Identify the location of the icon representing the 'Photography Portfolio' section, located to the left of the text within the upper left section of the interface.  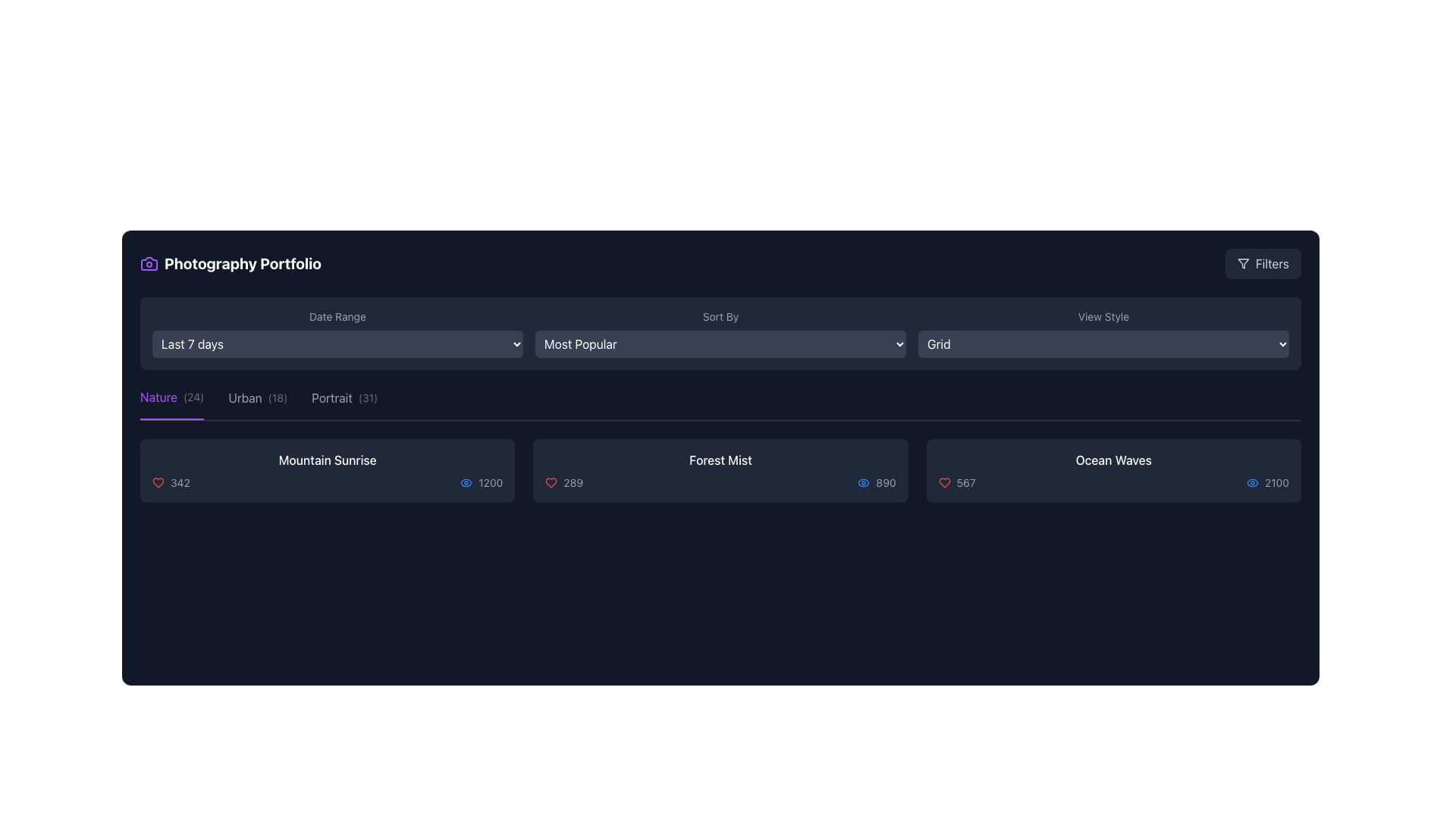
(149, 262).